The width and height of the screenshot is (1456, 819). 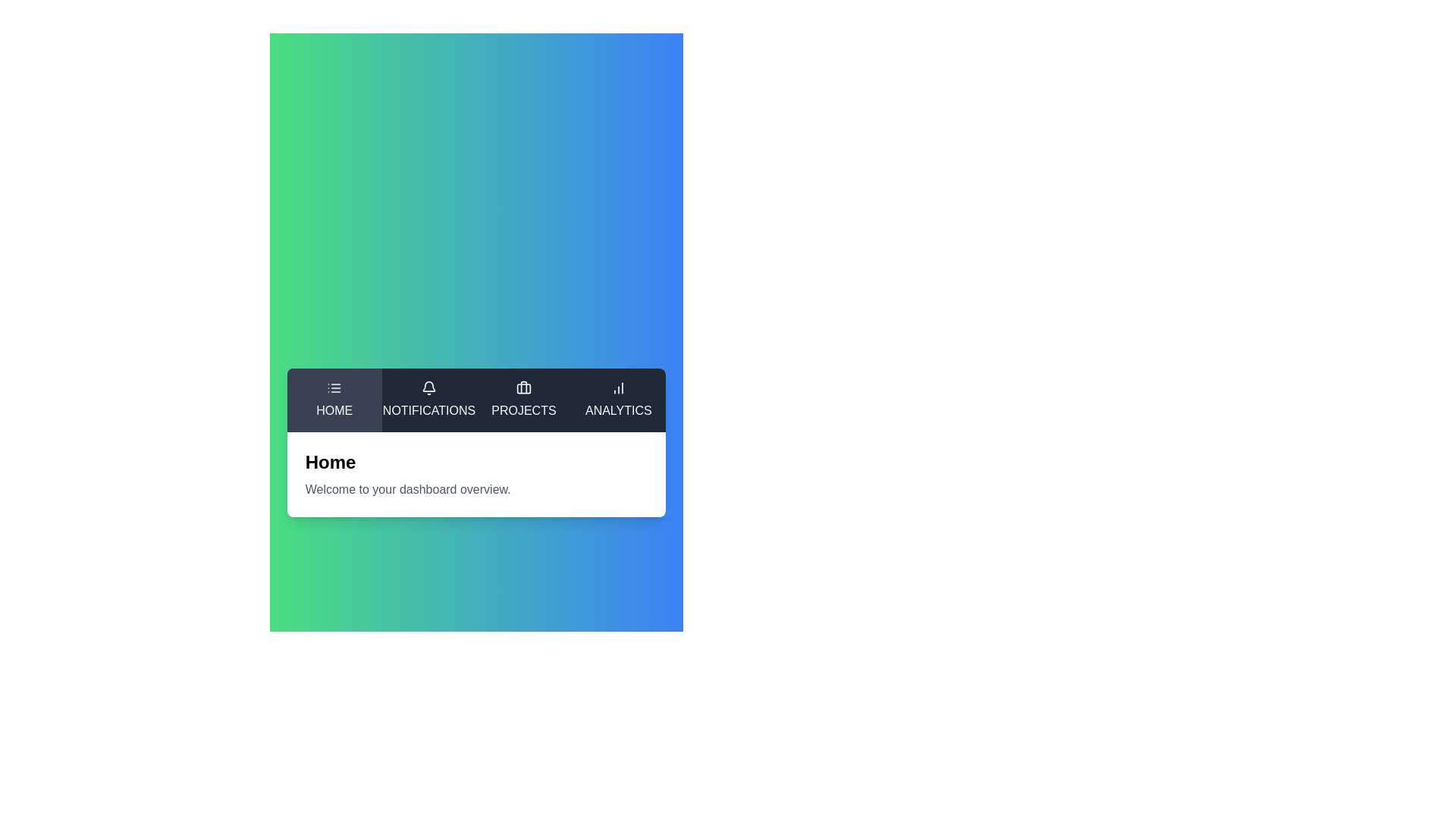 What do you see at coordinates (428, 400) in the screenshot?
I see `the tab labeled Notifications to switch to it` at bounding box center [428, 400].